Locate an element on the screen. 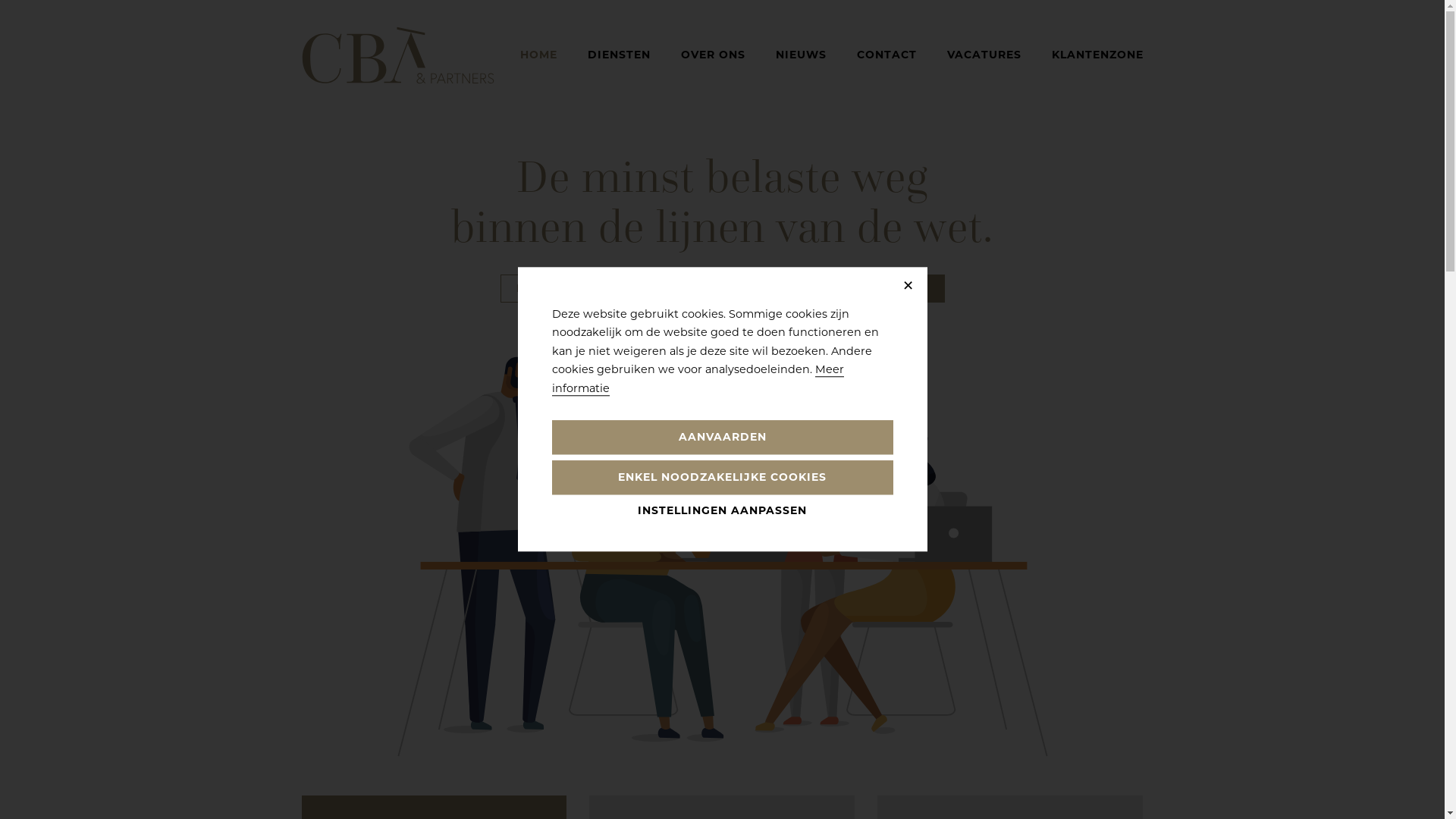 The height and width of the screenshot is (819, 1456). 'KLANTENZONE' is located at coordinates (1097, 54).